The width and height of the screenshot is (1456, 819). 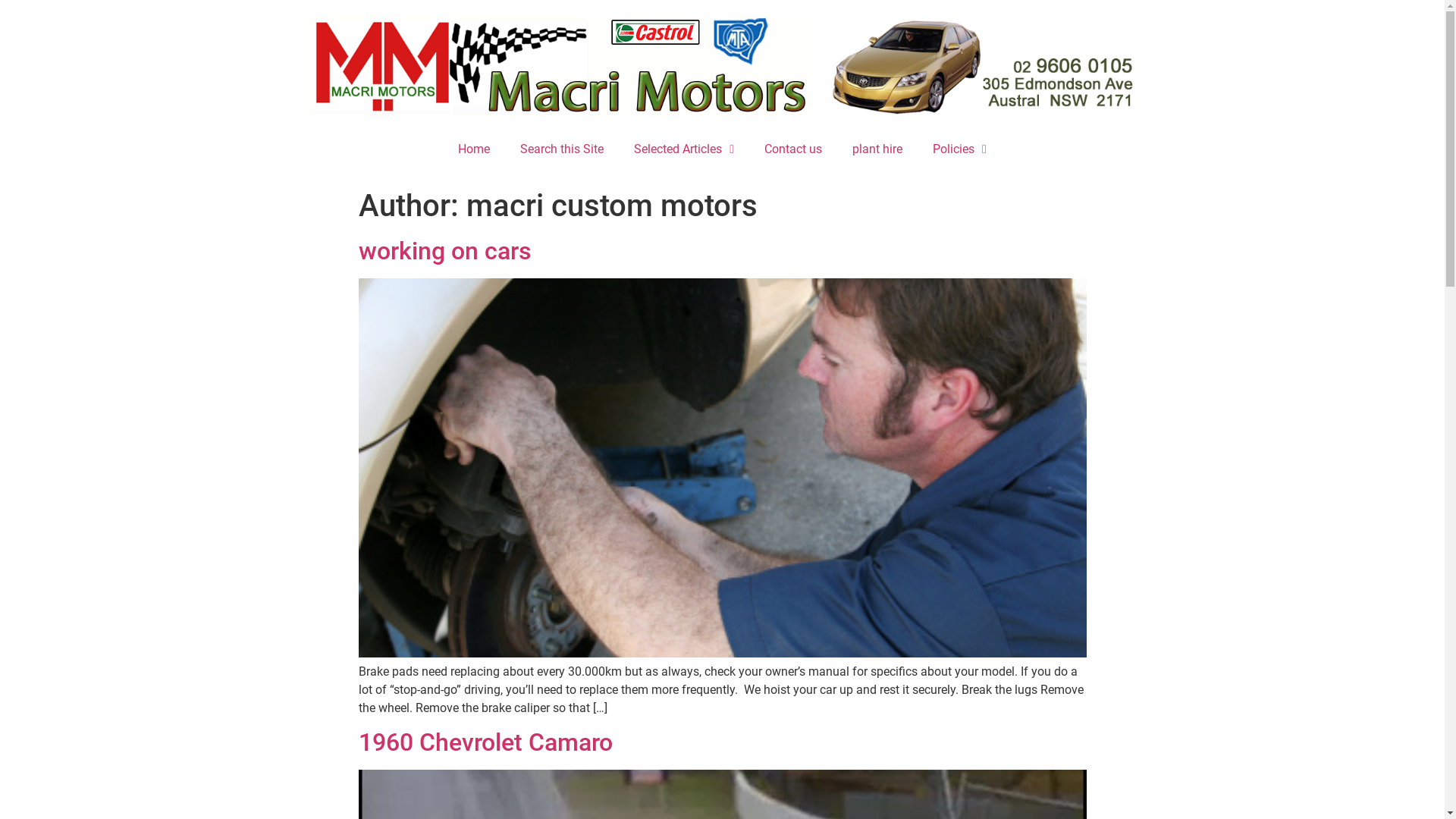 I want to click on 'plant hire', so click(x=877, y=149).